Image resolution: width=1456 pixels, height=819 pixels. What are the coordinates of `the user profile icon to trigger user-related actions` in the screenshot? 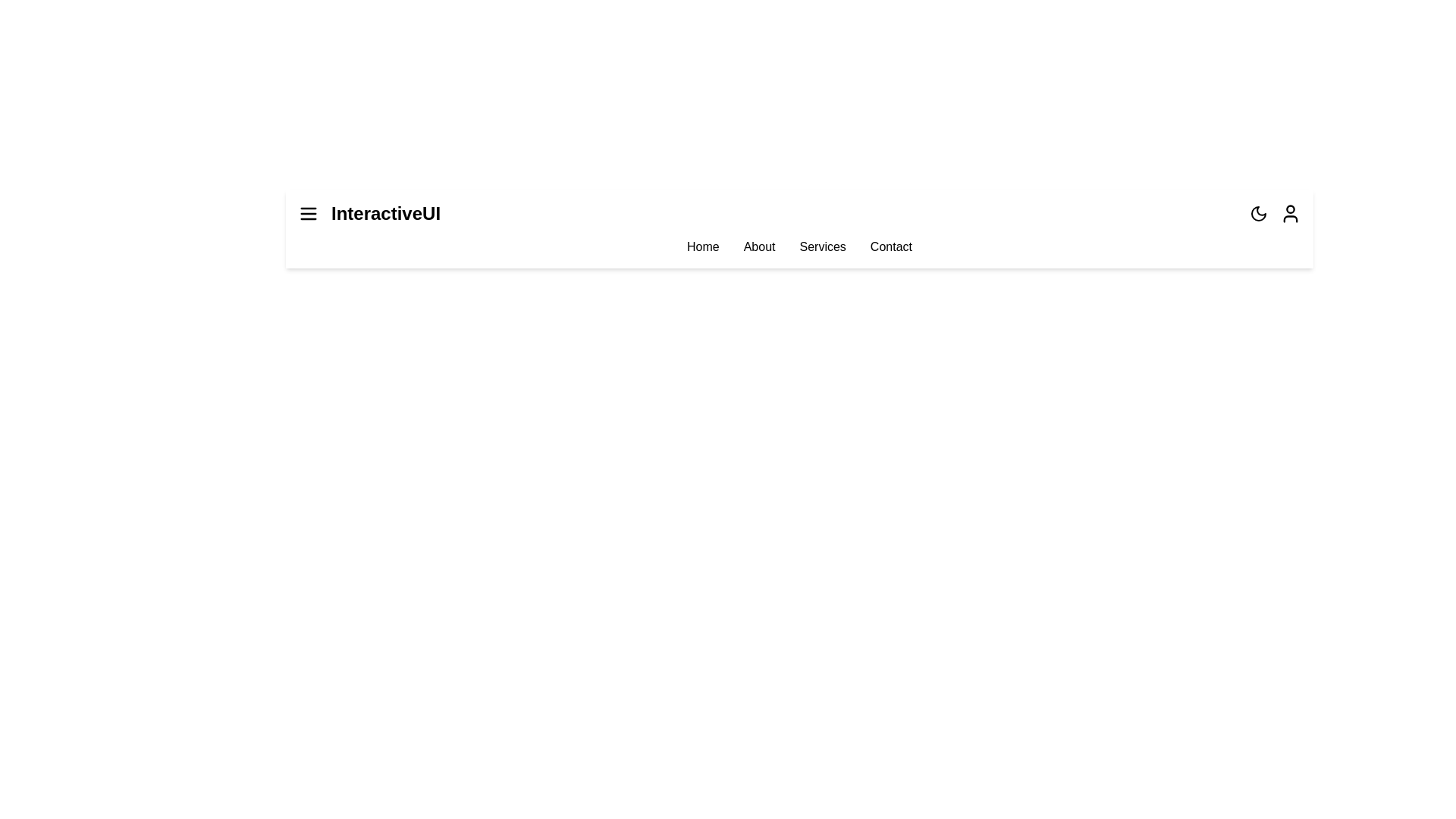 It's located at (1290, 213).